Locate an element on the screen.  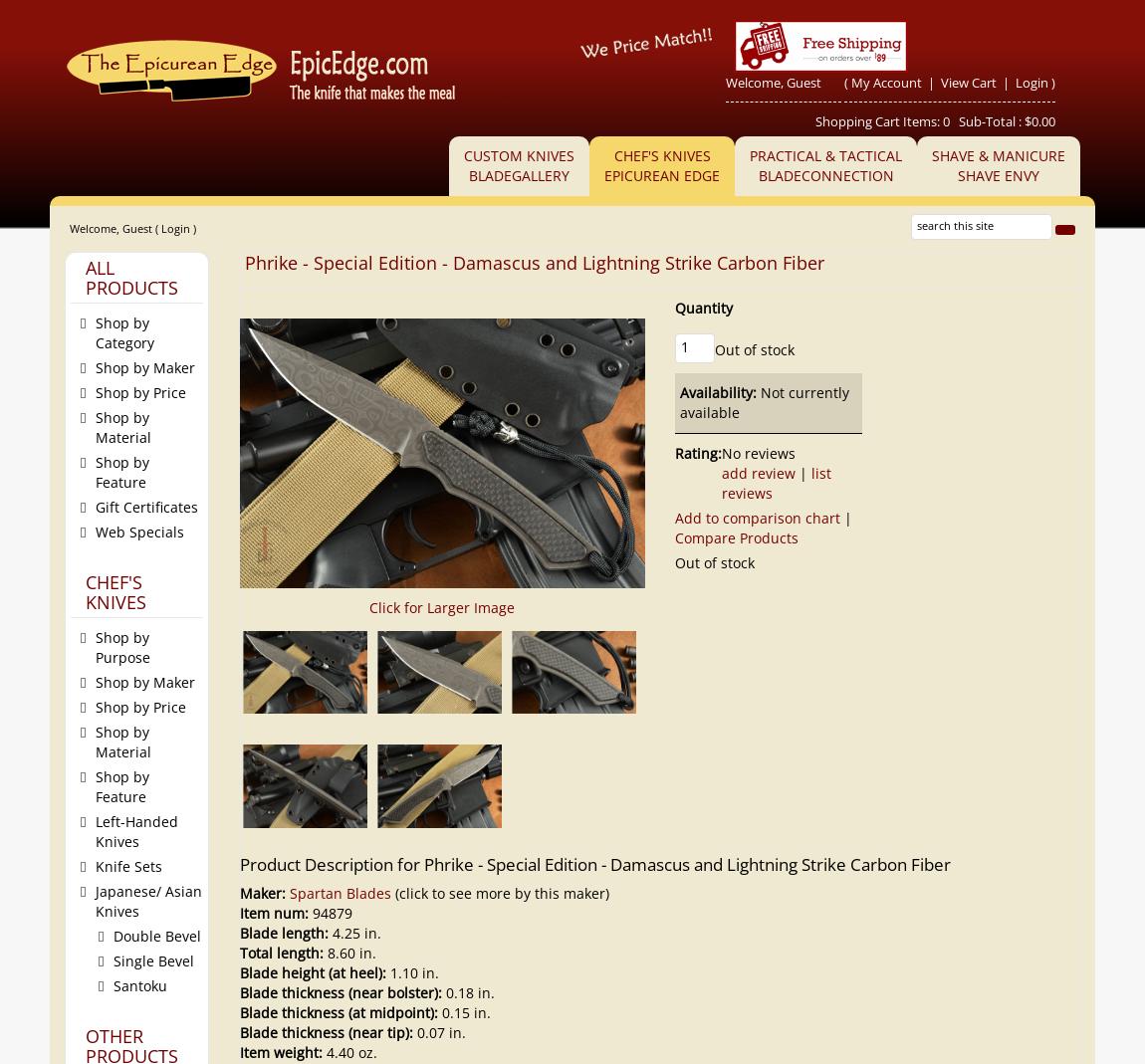
'4.40 oz.' is located at coordinates (349, 1052).